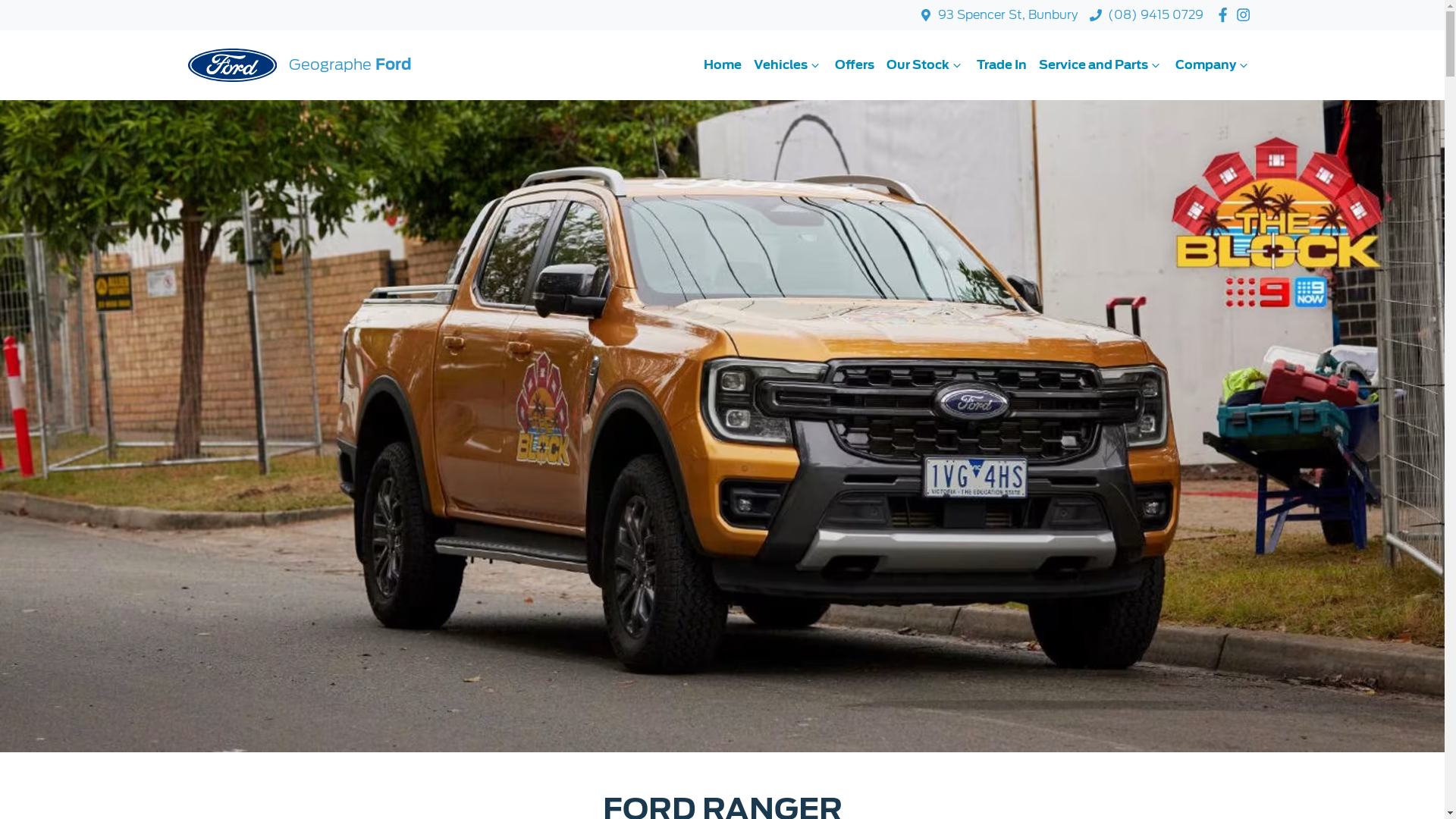 The width and height of the screenshot is (1456, 819). What do you see at coordinates (1168, 64) in the screenshot?
I see `'Company'` at bounding box center [1168, 64].